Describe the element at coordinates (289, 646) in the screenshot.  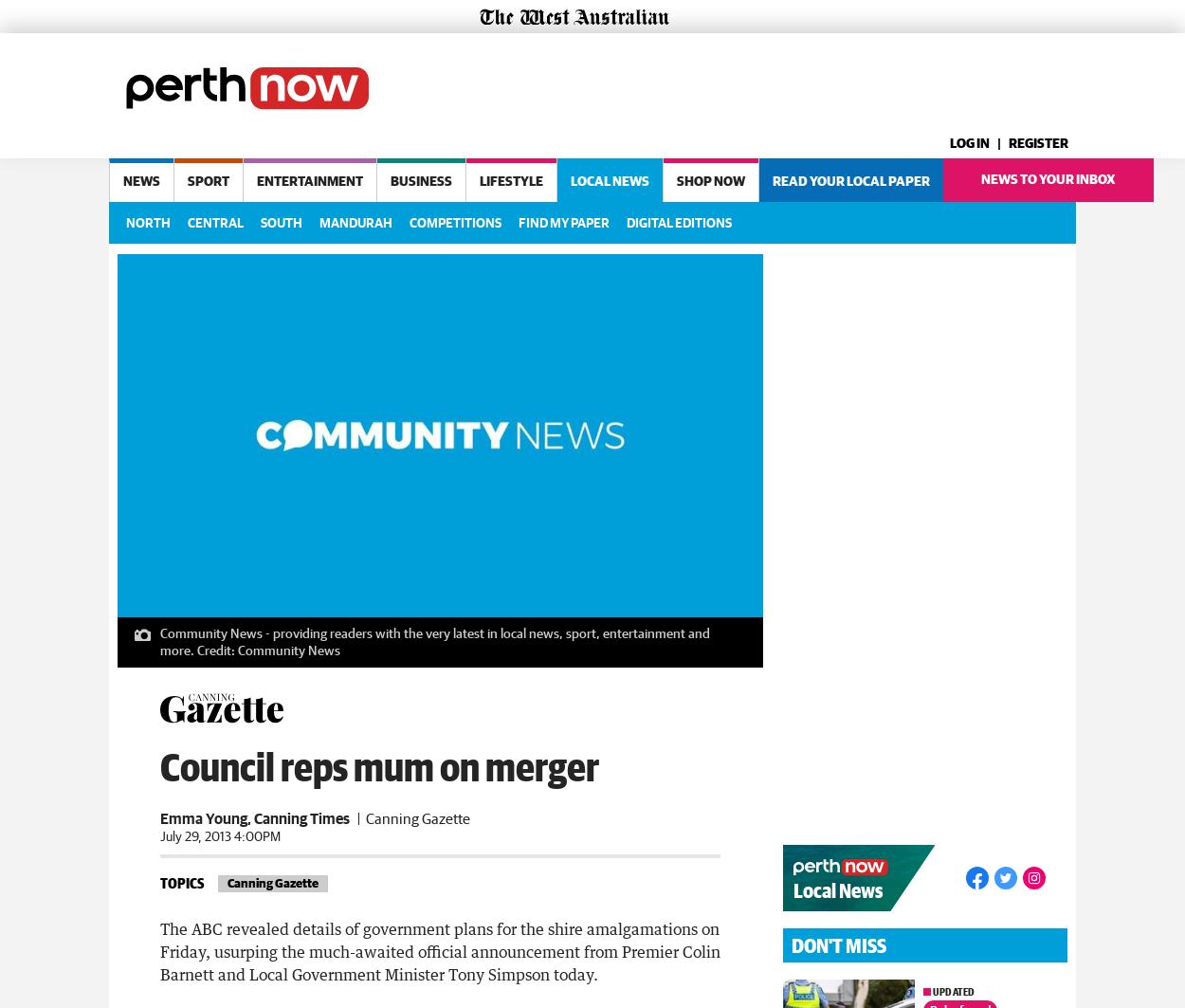
I see `'Community News'` at that location.